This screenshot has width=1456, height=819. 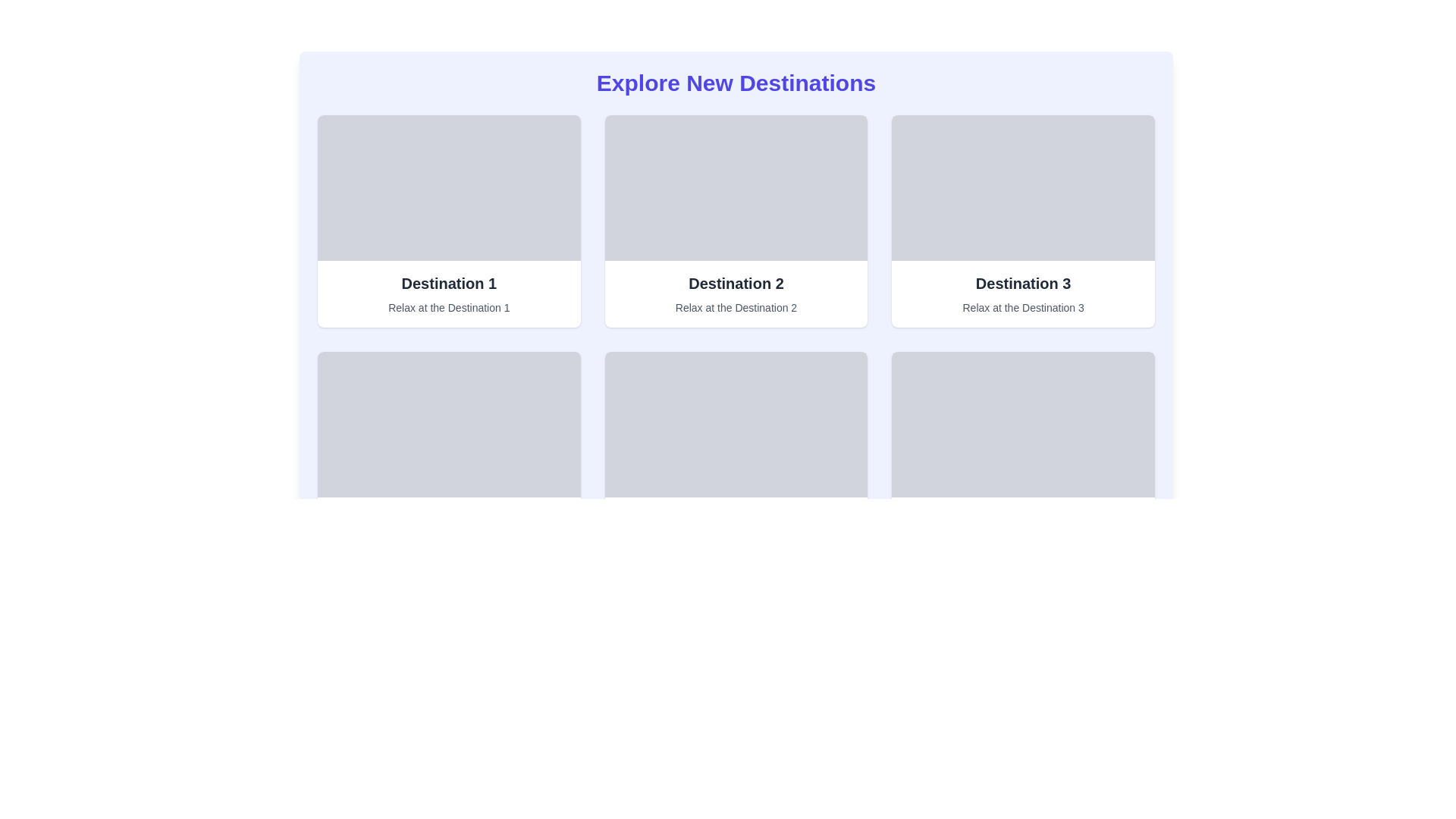 What do you see at coordinates (1023, 307) in the screenshot?
I see `the text label stating 'Relax at the Destination 3', which is styled with a small text size and gray color, located directly below the title 'Destination 3' in the third column of the grid layout` at bounding box center [1023, 307].